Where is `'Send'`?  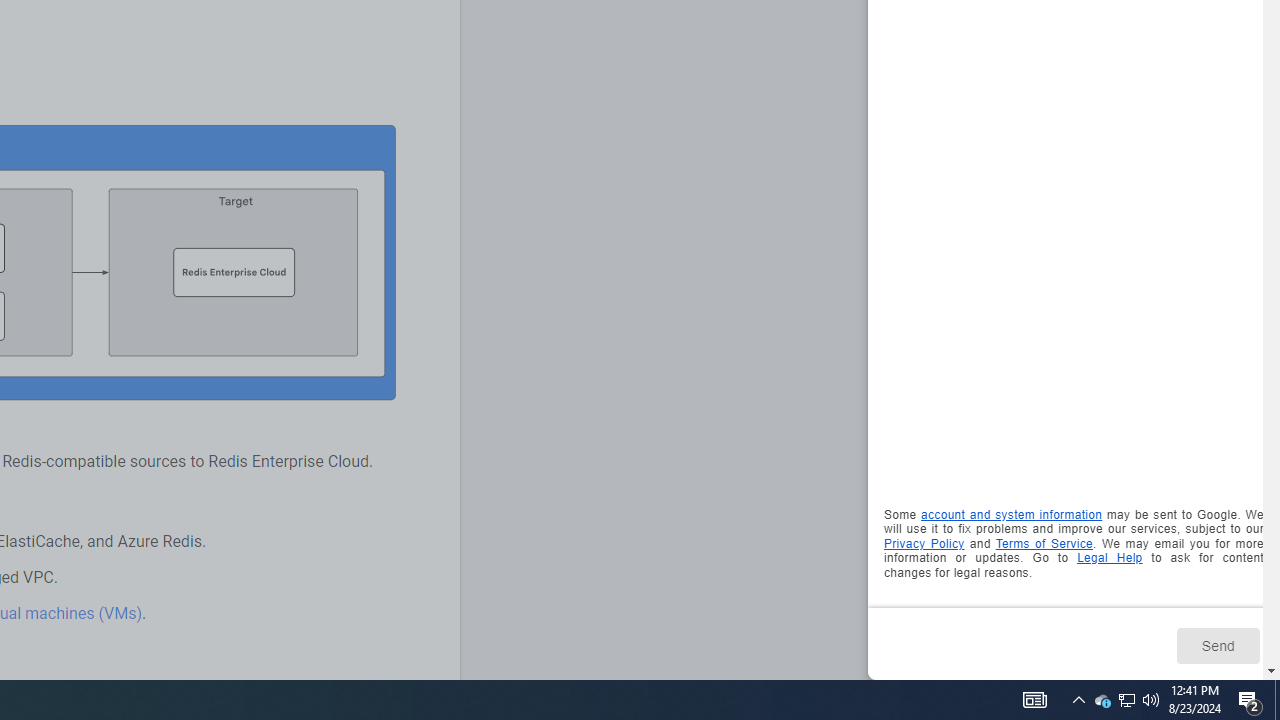
'Send' is located at coordinates (1216, 645).